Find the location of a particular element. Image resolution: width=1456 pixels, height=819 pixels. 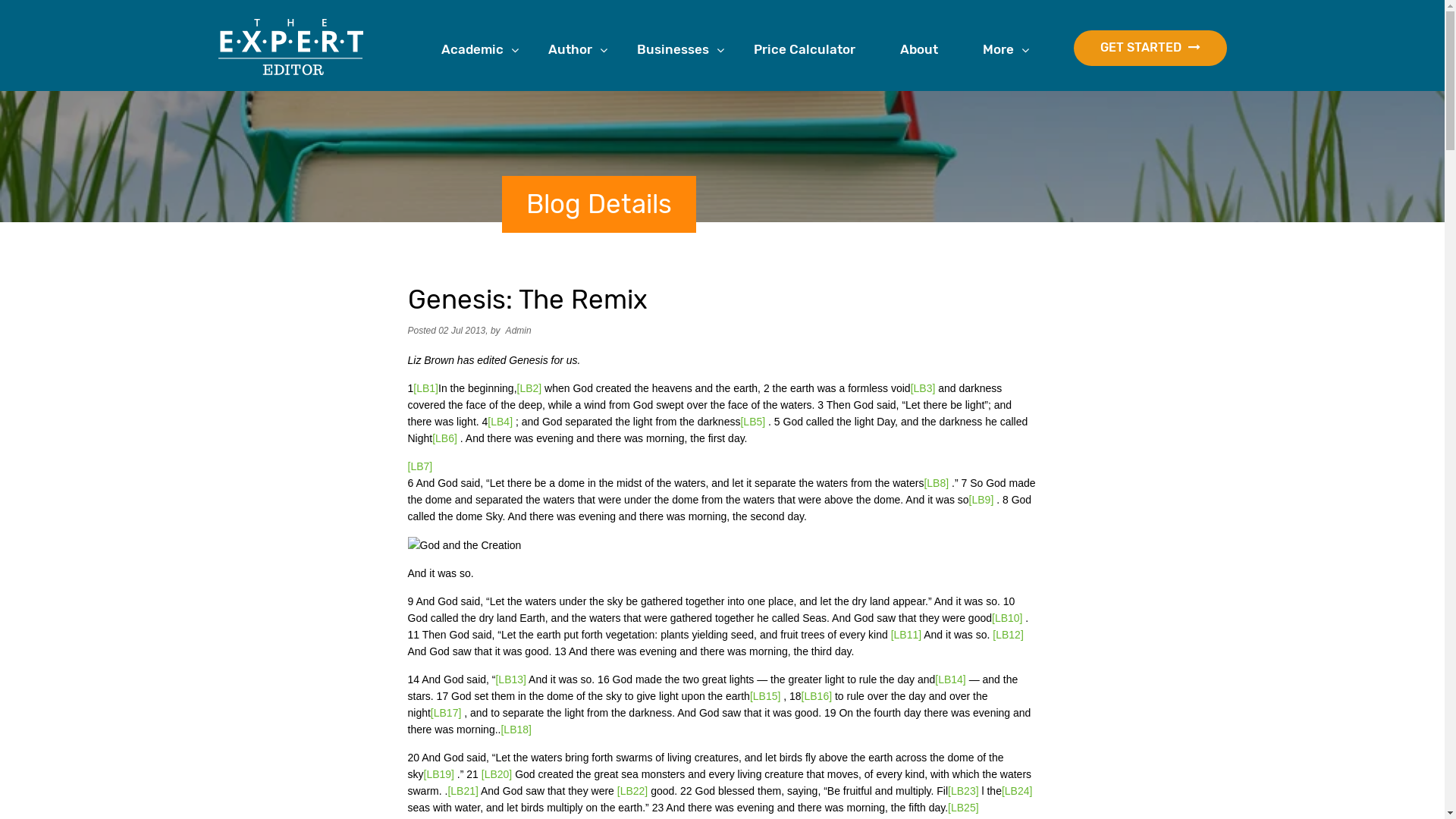

'The Expert Editor' is located at coordinates (218, 45).